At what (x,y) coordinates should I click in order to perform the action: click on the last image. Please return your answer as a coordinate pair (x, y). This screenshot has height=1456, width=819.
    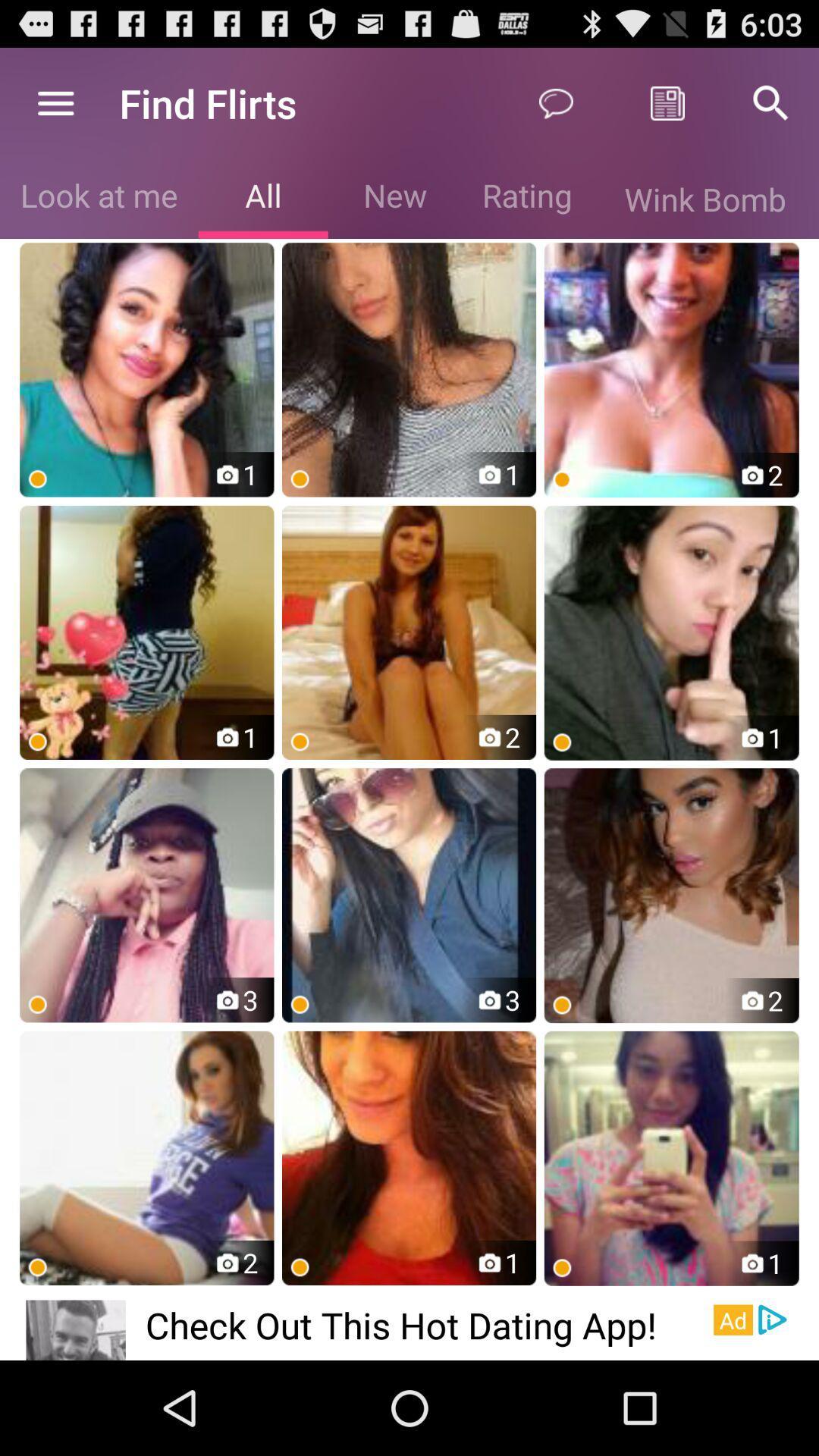
    Looking at the image, I should click on (671, 1157).